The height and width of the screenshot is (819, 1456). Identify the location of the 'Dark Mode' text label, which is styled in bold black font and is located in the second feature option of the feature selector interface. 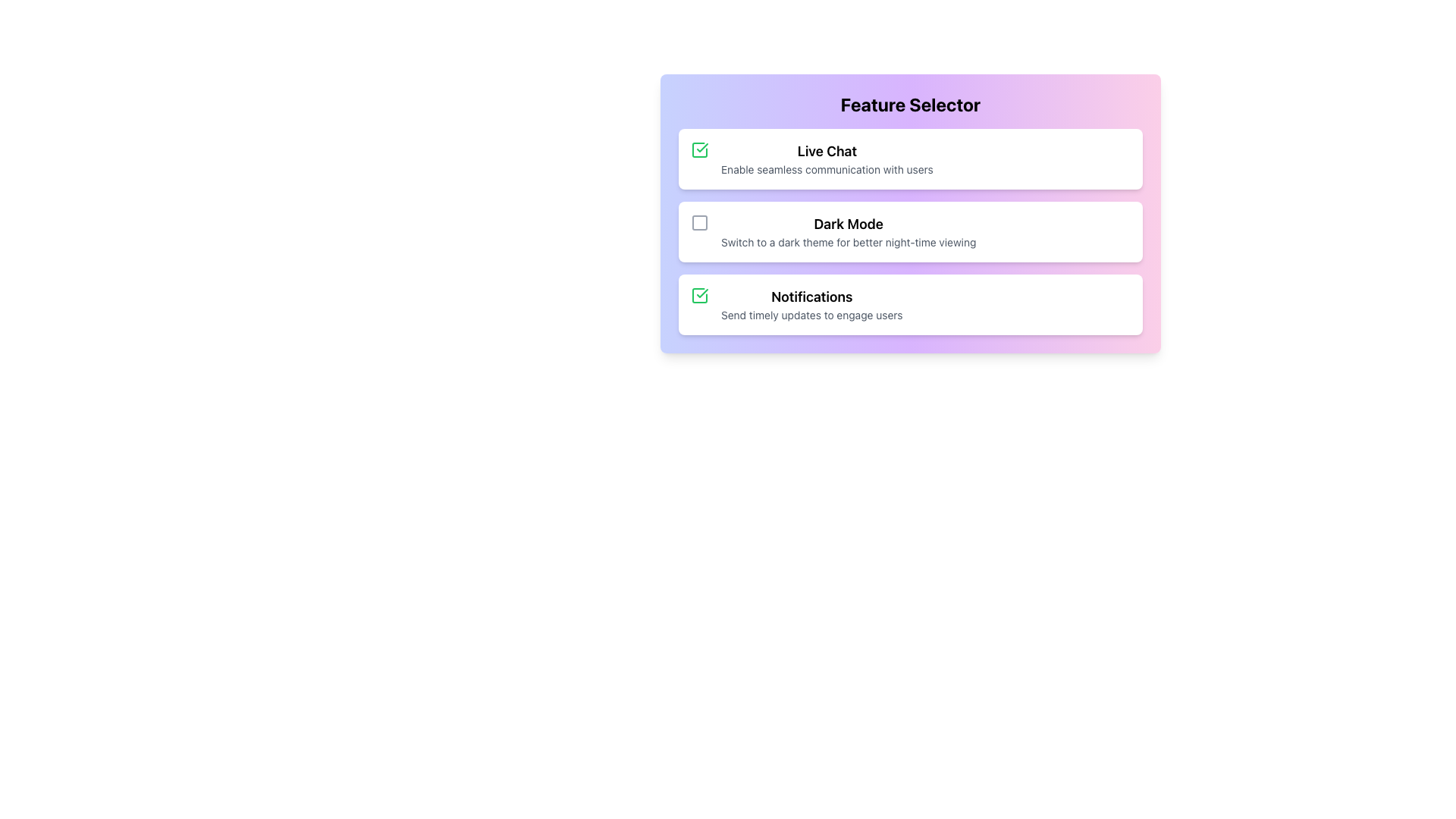
(848, 224).